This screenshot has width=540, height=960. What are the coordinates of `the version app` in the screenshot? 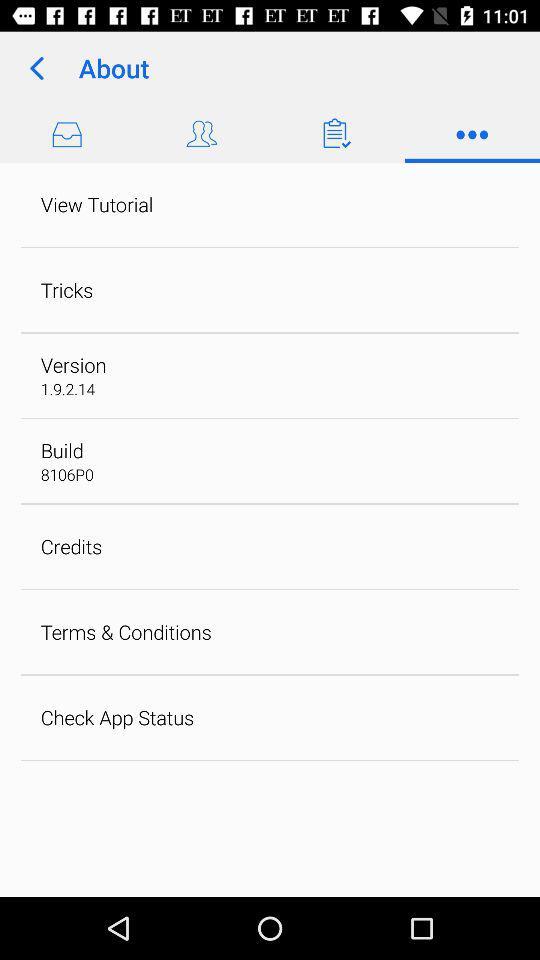 It's located at (72, 364).